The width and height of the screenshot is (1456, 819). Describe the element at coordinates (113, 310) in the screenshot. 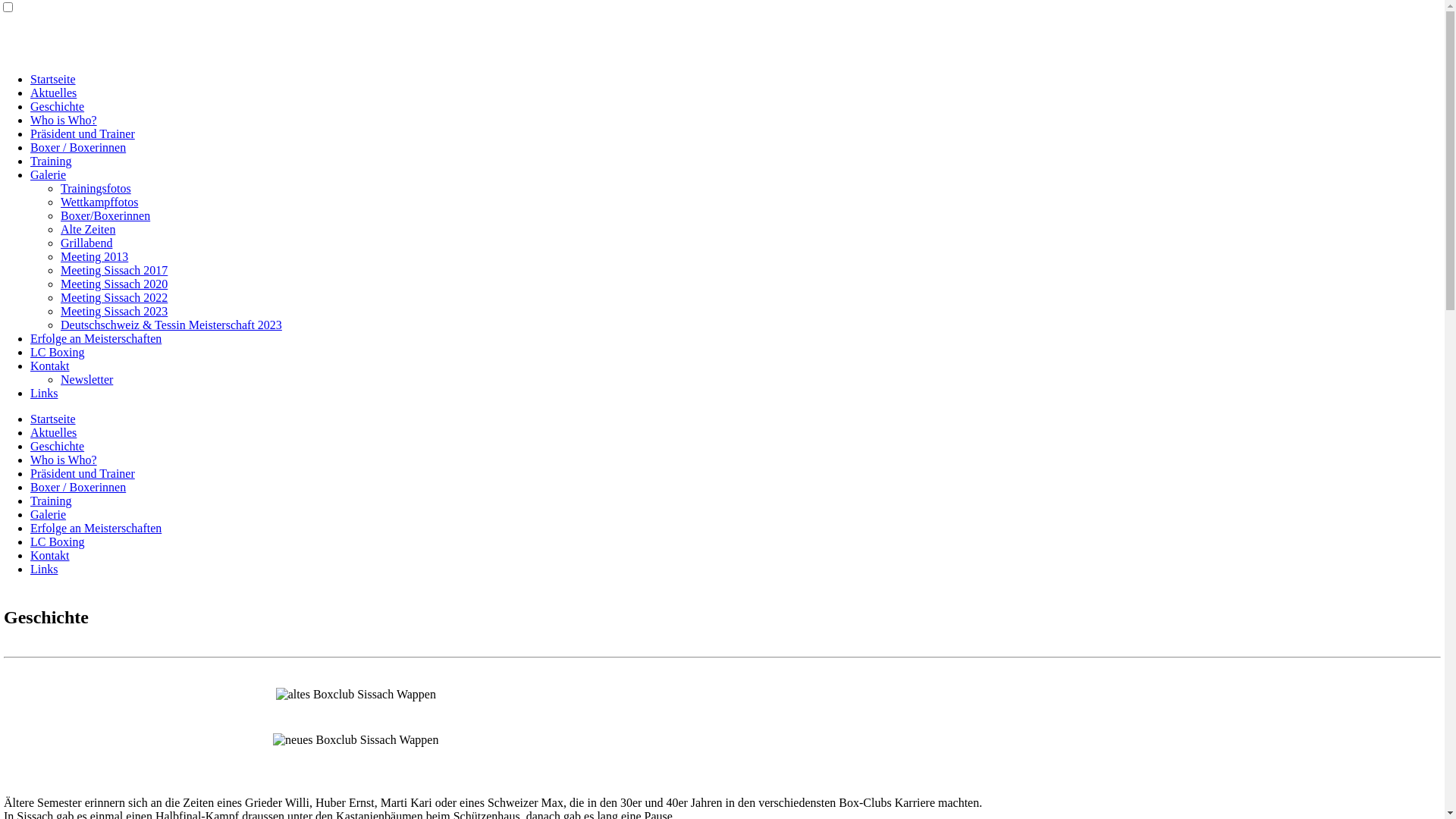

I see `'Meeting Sissach 2023'` at that location.